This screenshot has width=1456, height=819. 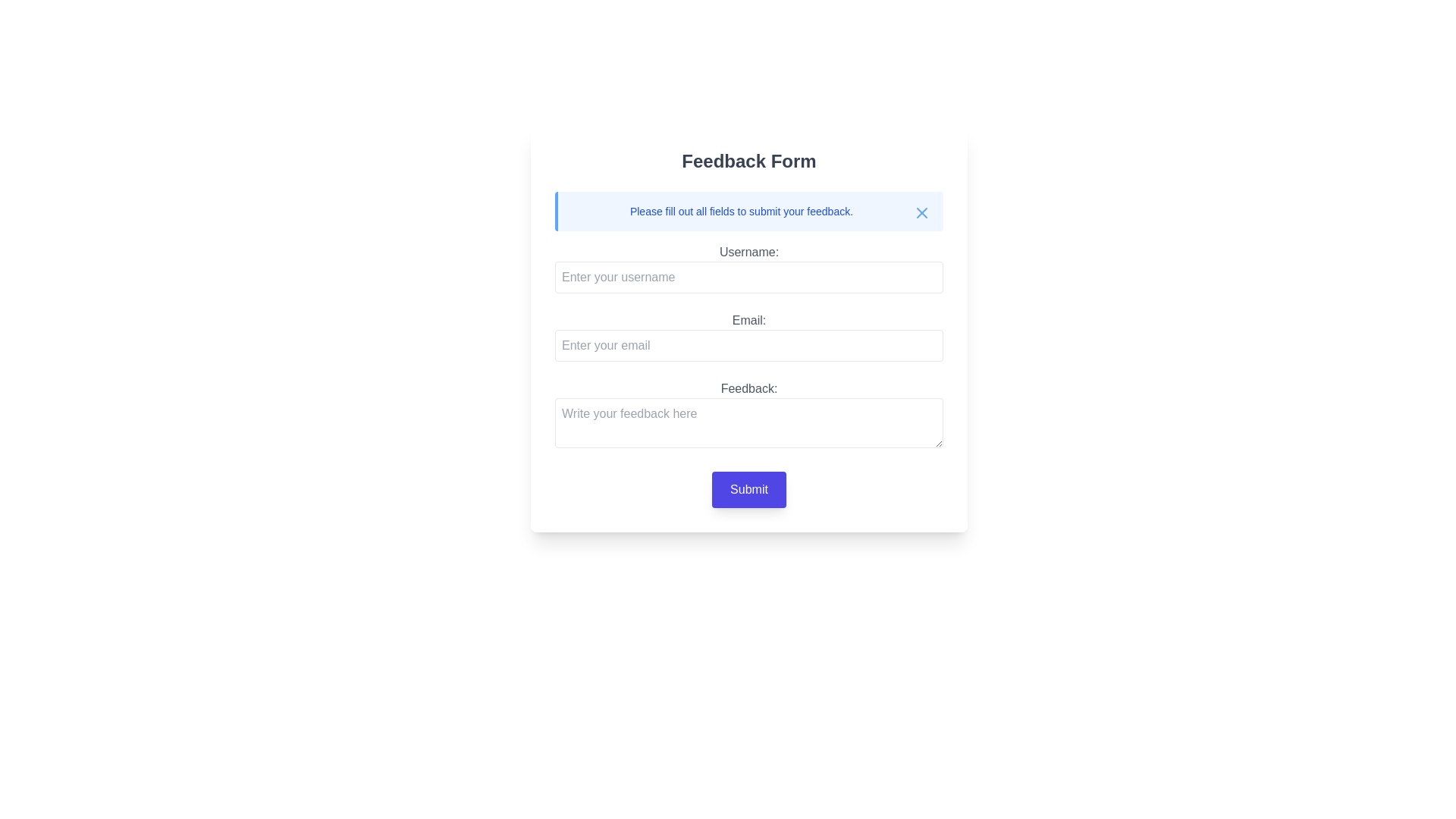 I want to click on the email input field to focus on it, which is labeled 'Email:' and has a placeholder 'Enter your email'. It is the second input section in the feedback form card, so click(x=749, y=335).